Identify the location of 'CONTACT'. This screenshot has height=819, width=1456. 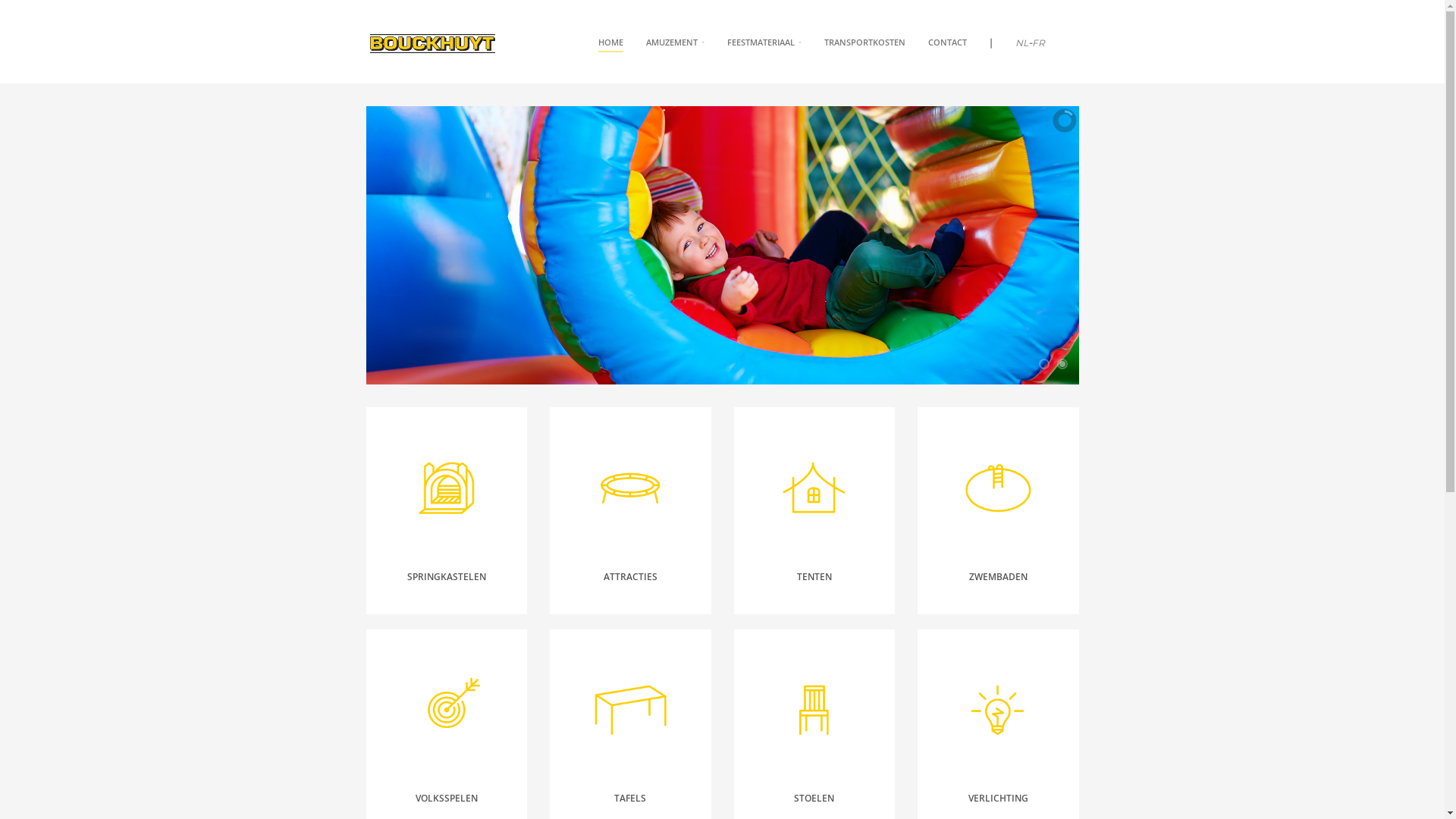
(946, 42).